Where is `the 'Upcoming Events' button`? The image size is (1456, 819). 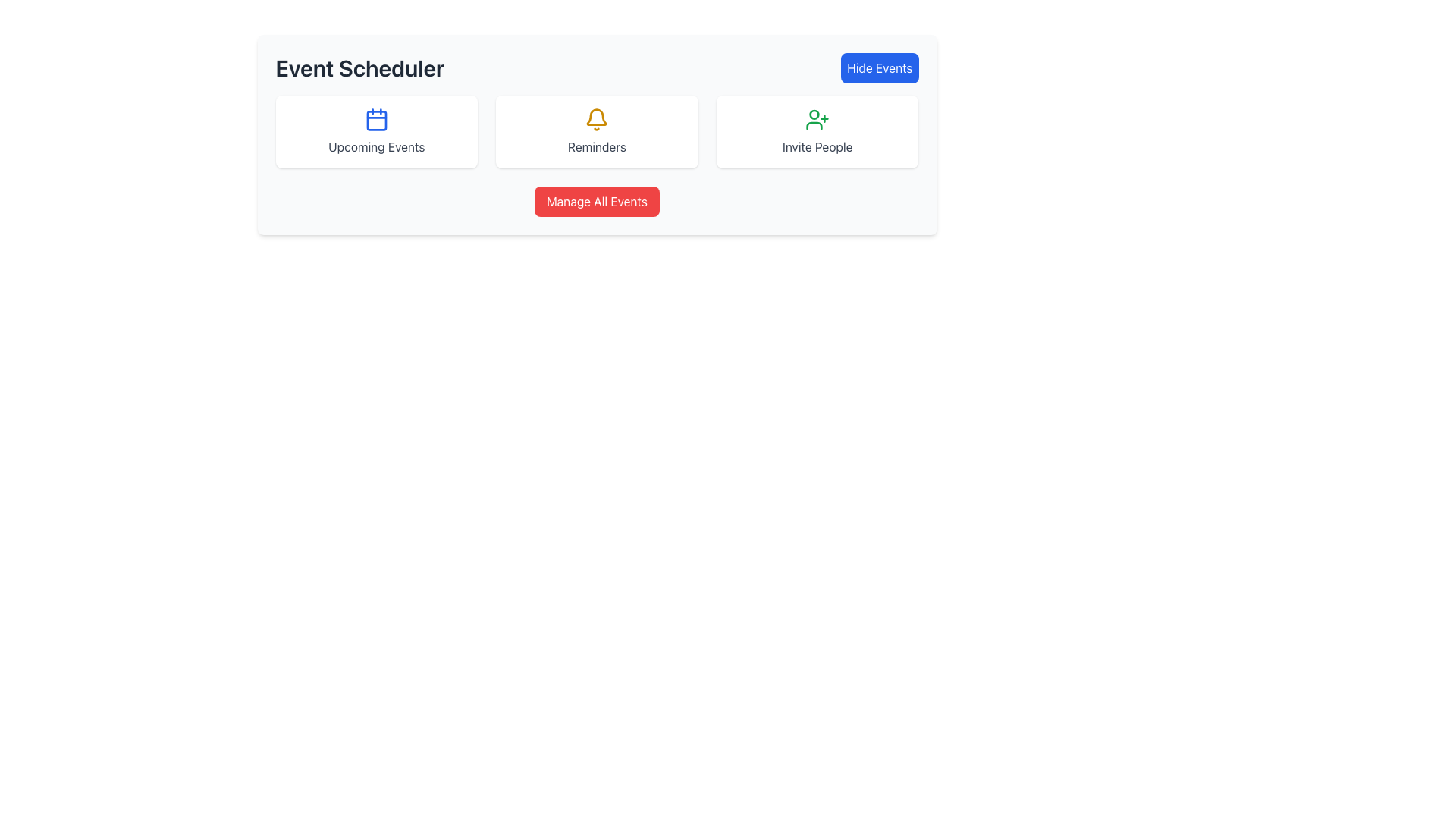
the 'Upcoming Events' button is located at coordinates (376, 130).